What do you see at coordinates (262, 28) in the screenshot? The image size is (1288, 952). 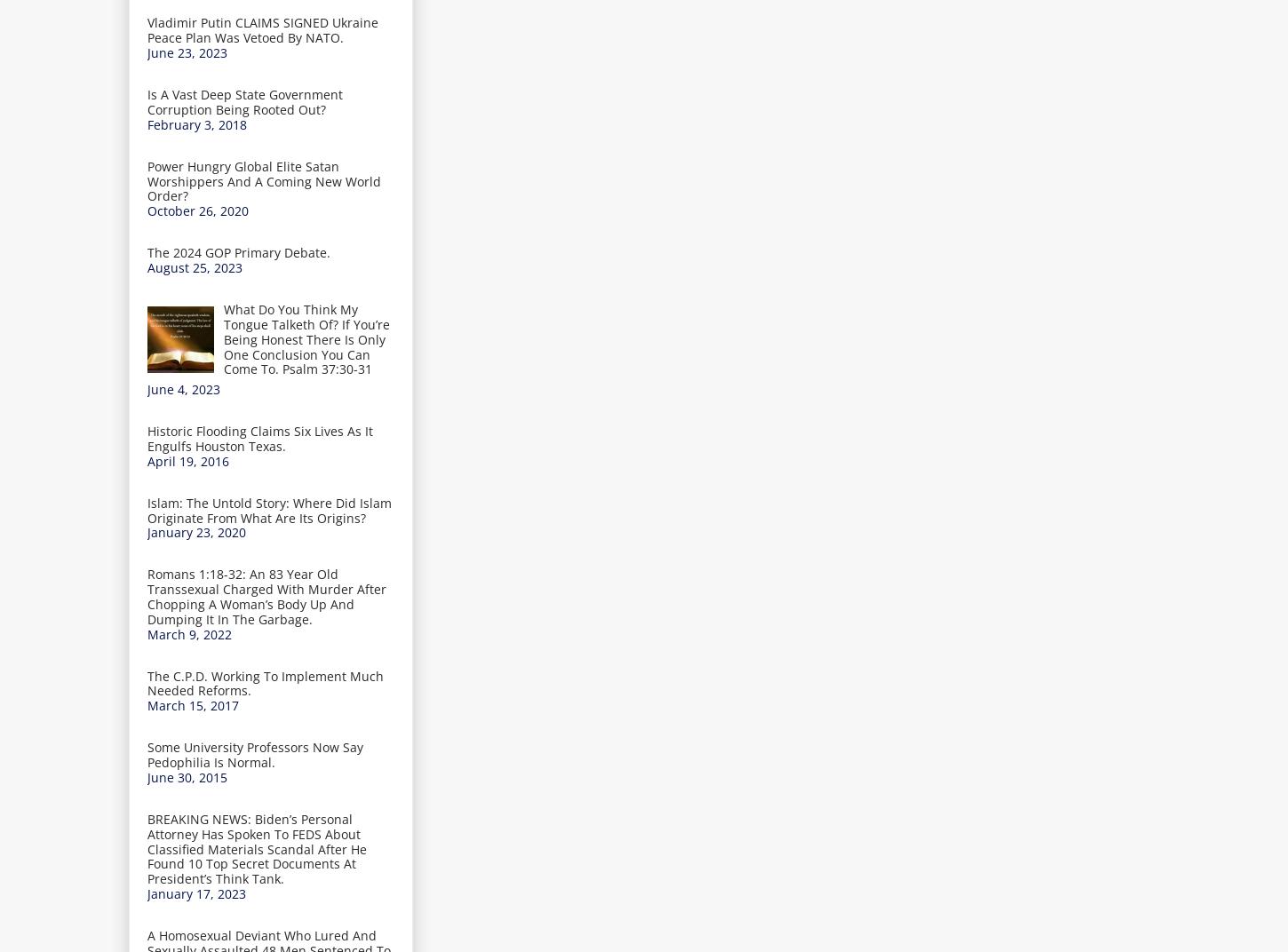 I see `'Vladimir Putin CLAIMS SIGNED Ukraine Peace Plan Was Vetoed By NATO.'` at bounding box center [262, 28].